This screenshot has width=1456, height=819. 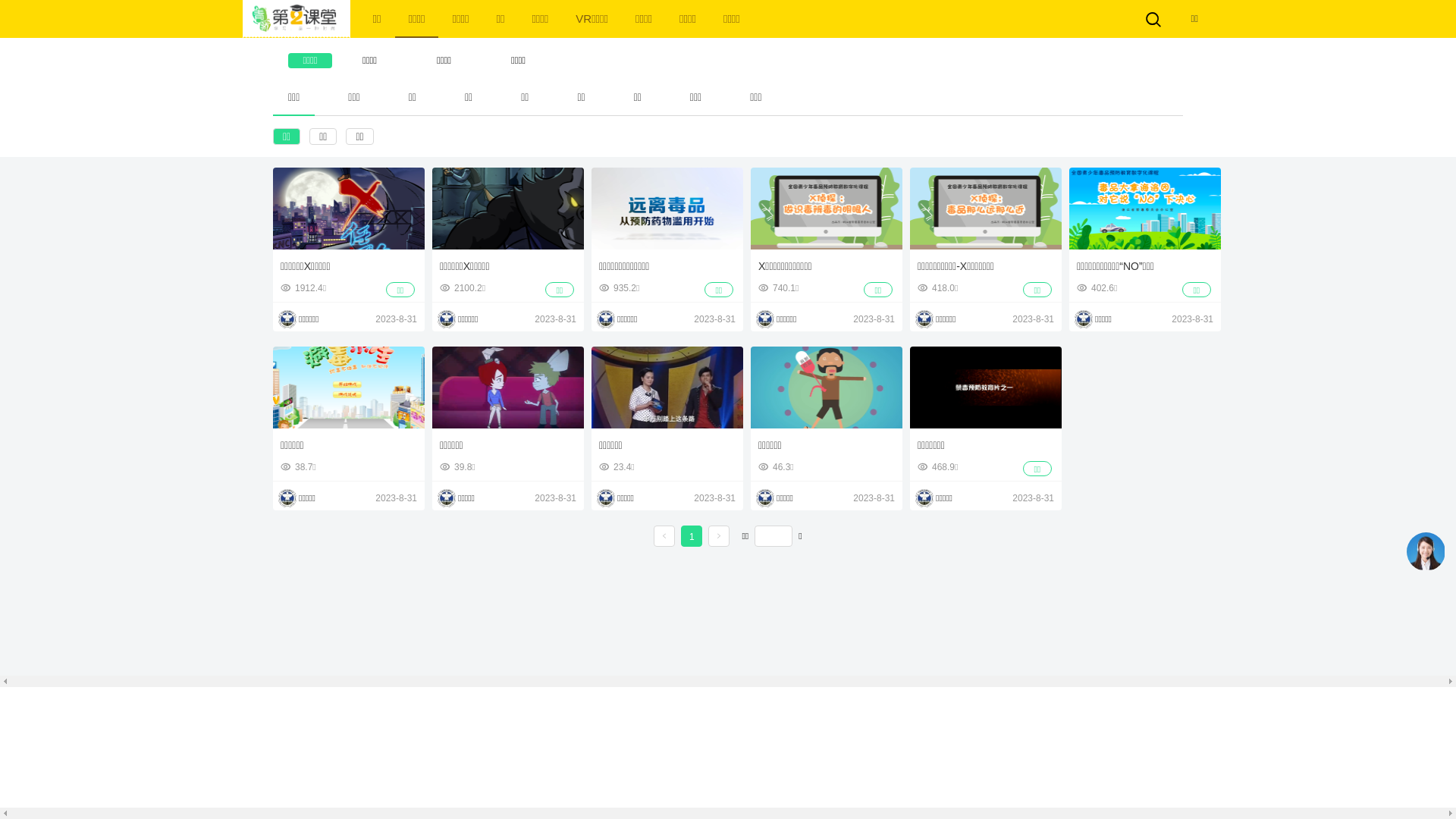 I want to click on '1', so click(x=691, y=536).